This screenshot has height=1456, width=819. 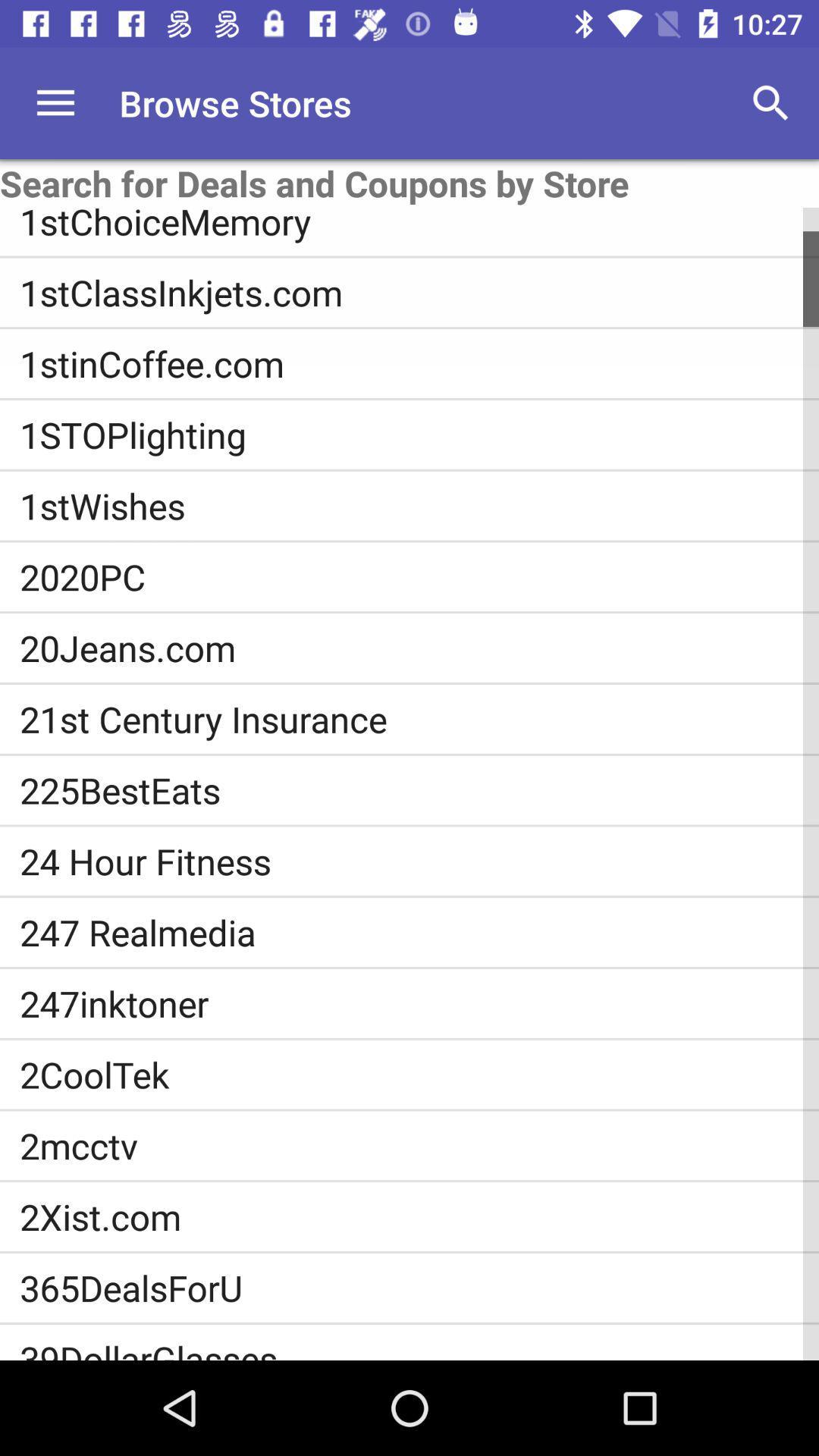 What do you see at coordinates (419, 1348) in the screenshot?
I see `the 39dollarglasses icon` at bounding box center [419, 1348].